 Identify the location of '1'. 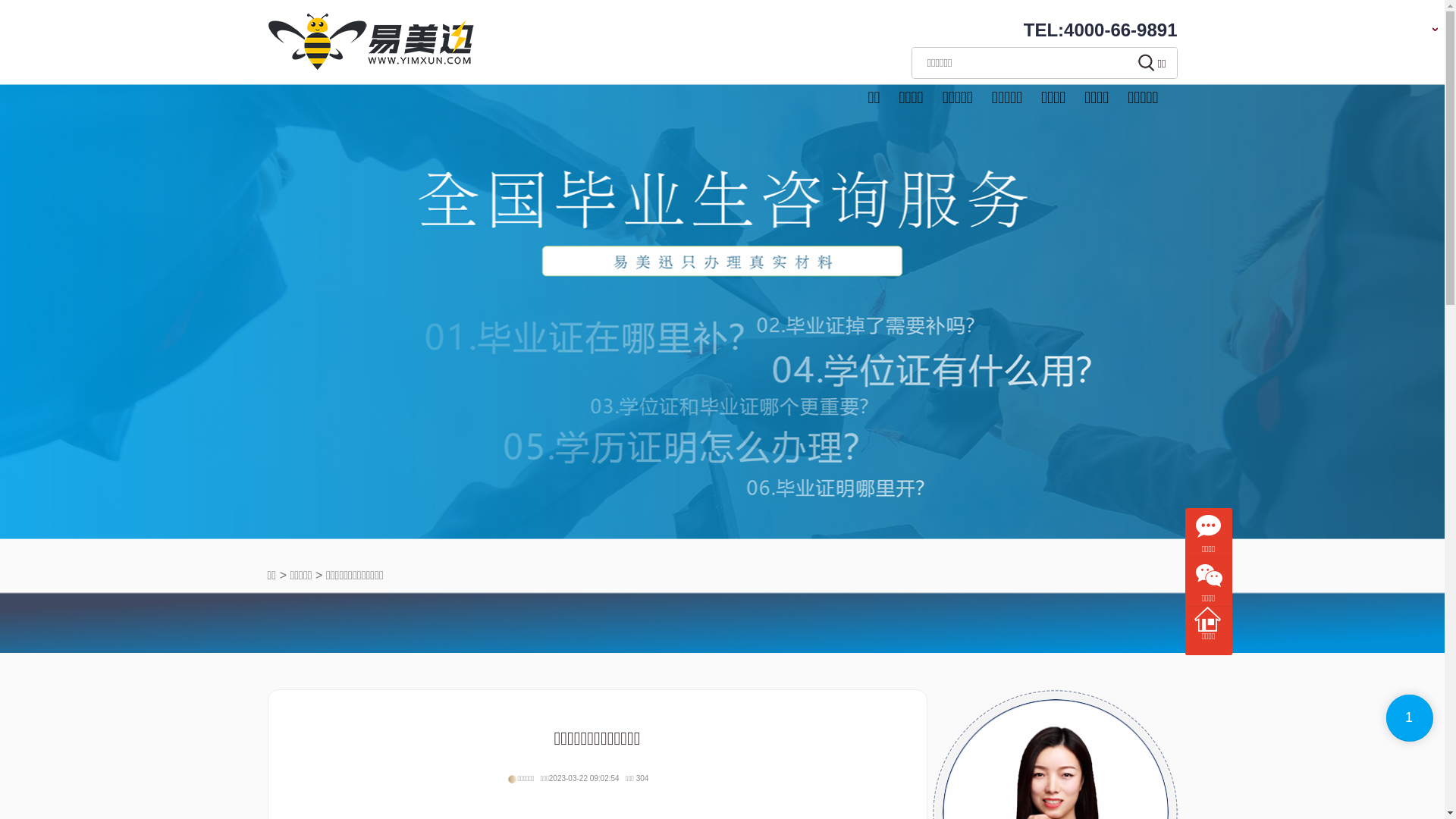
(1408, 717).